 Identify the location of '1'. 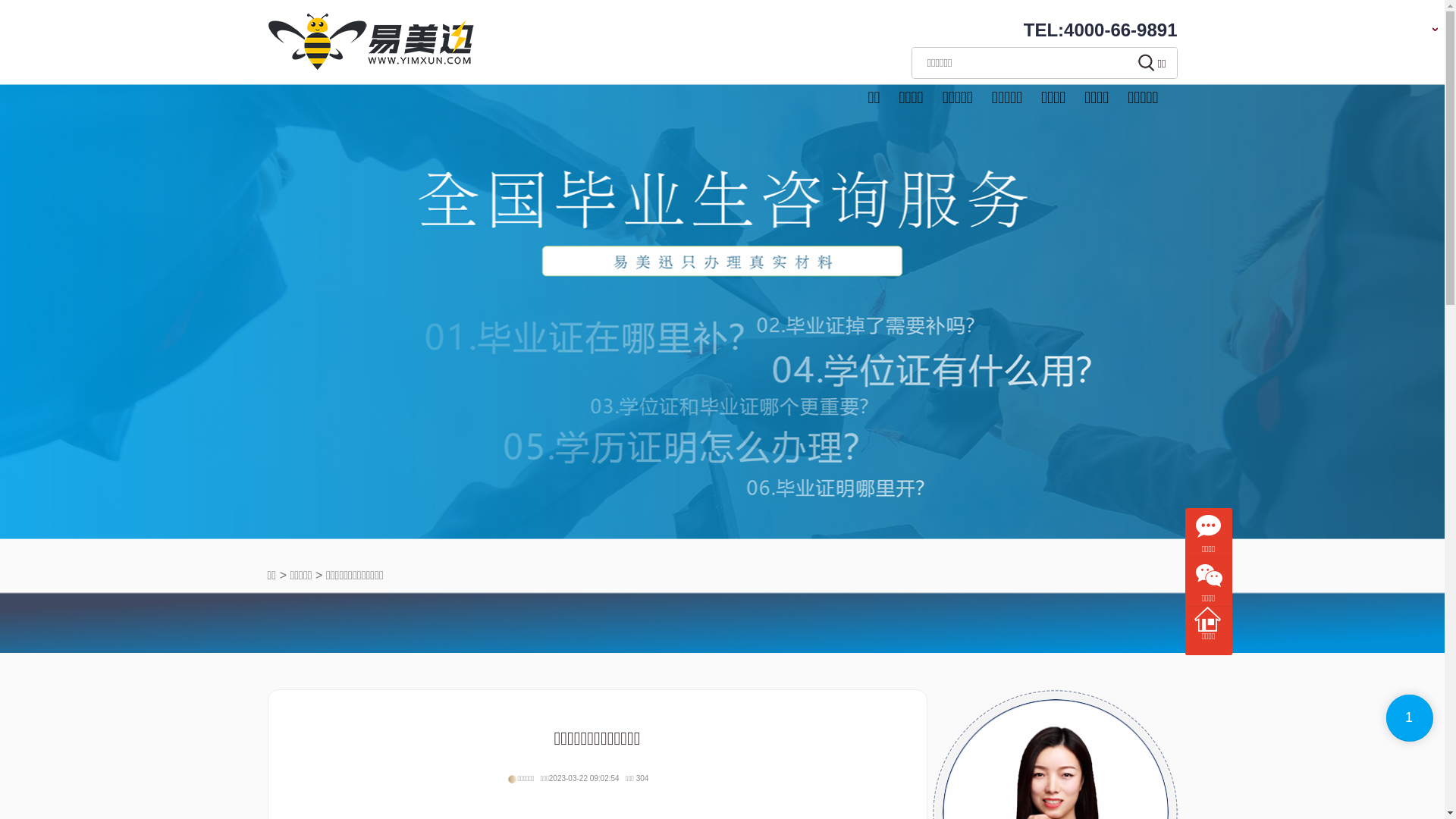
(1408, 717).